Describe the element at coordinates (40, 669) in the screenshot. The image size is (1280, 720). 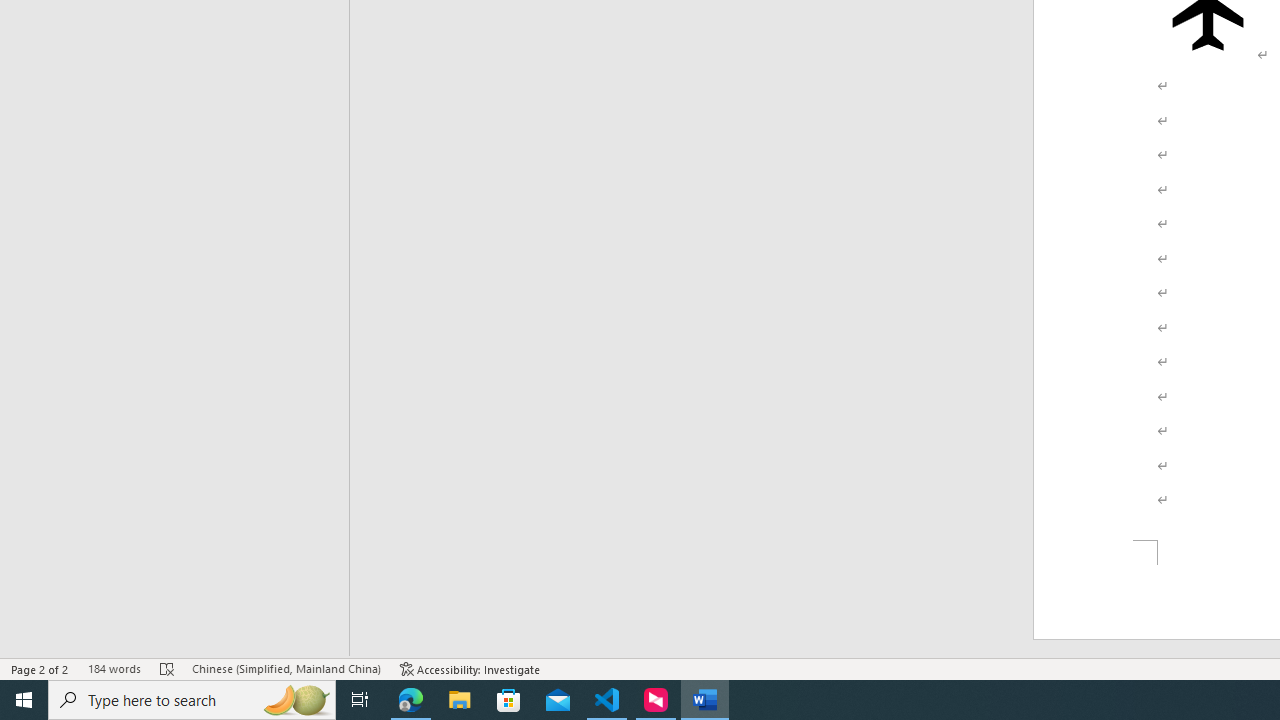
I see `'Page Number Page 2 of 2'` at that location.